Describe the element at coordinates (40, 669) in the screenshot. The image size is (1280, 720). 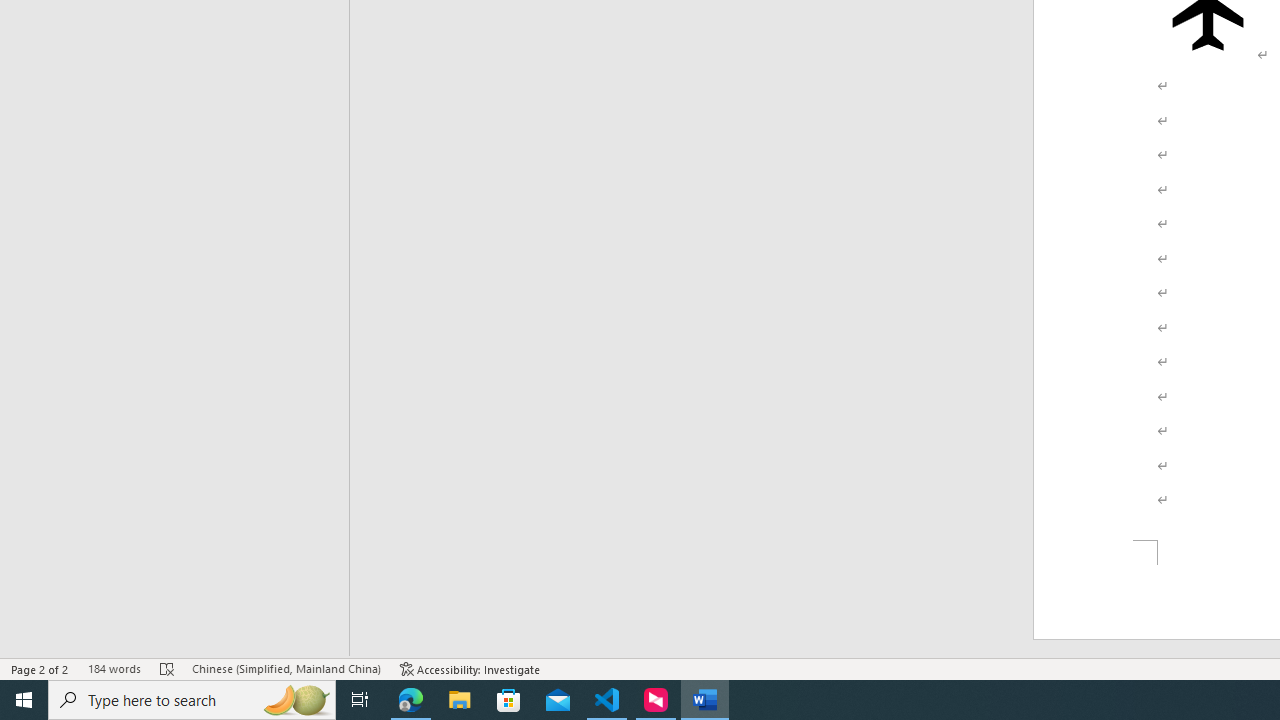
I see `'Page Number Page 2 of 2'` at that location.